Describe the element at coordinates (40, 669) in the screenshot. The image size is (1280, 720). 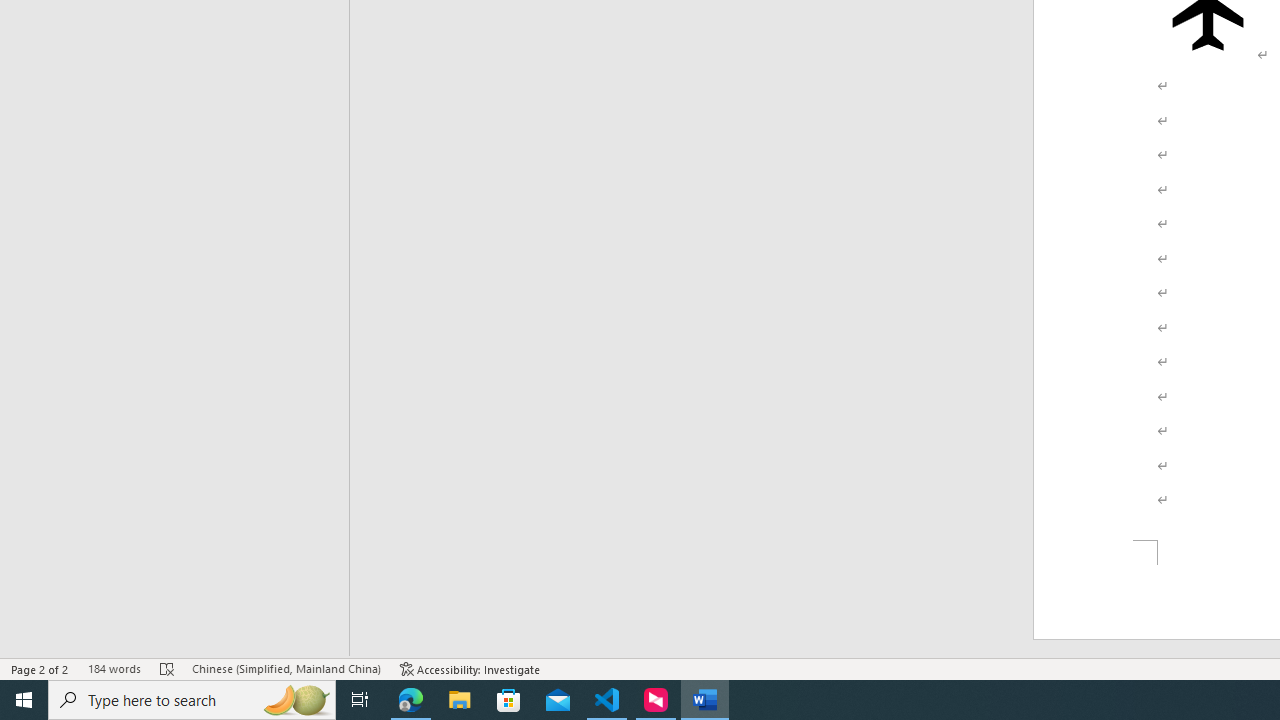
I see `'Page Number Page 2 of 2'` at that location.